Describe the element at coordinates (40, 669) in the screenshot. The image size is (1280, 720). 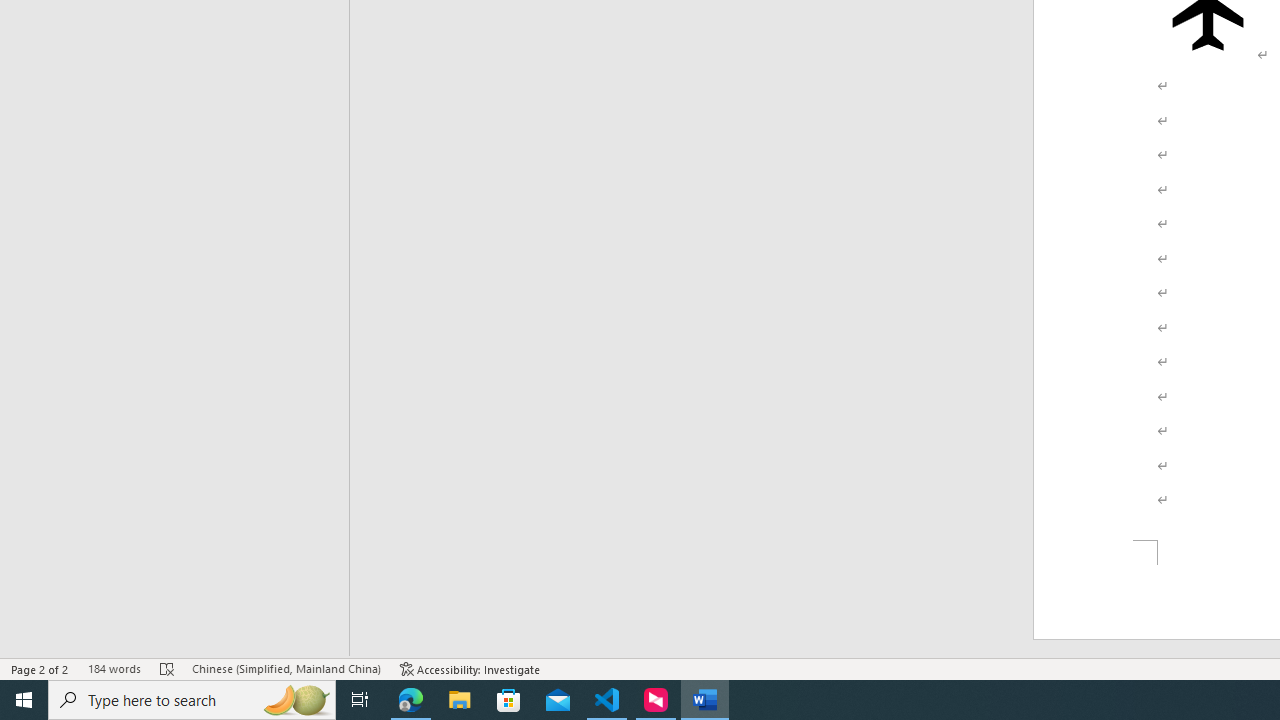
I see `'Page Number Page 2 of 2'` at that location.